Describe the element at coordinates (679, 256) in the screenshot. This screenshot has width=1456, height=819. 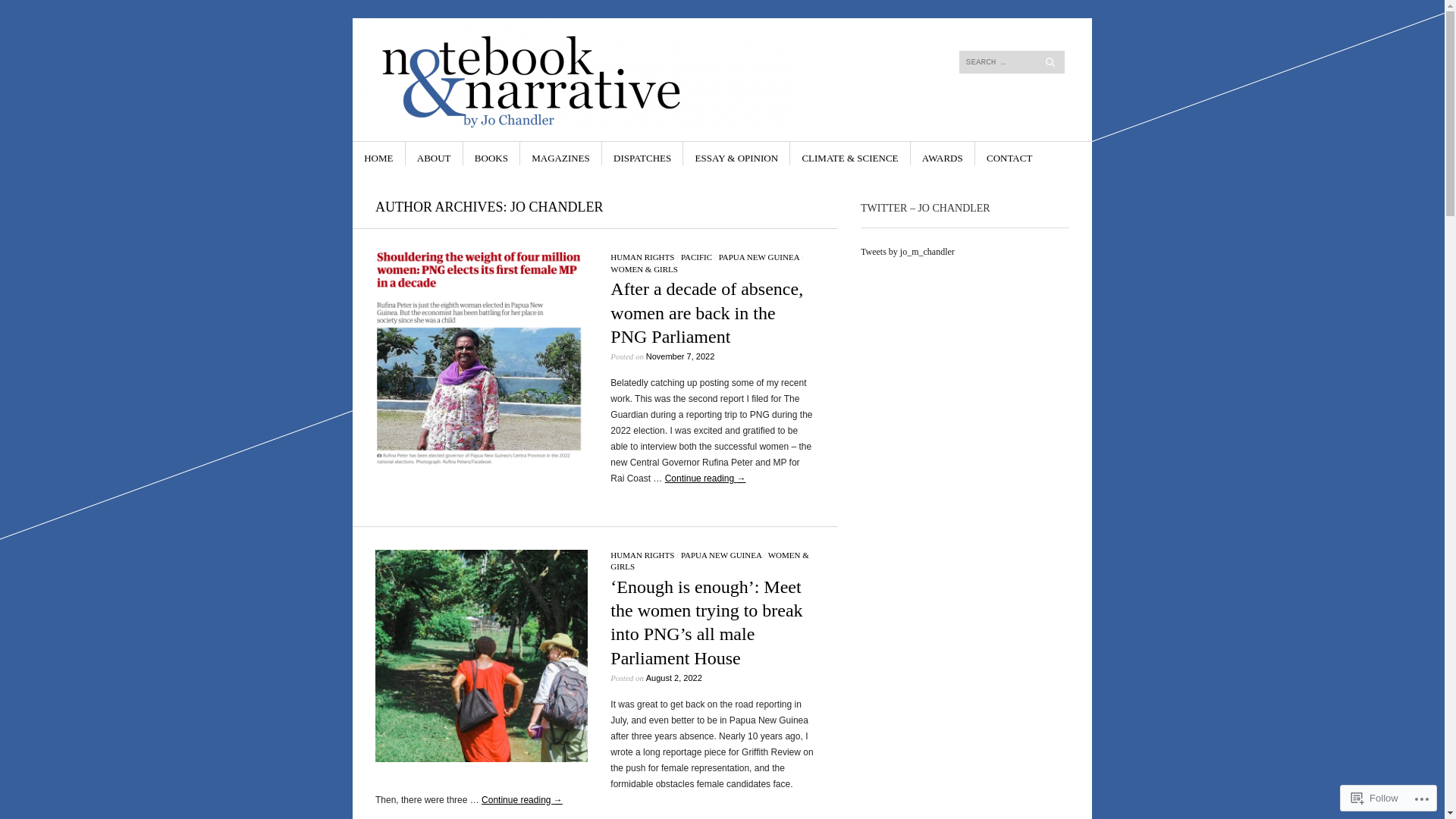
I see `'PACIFIC'` at that location.